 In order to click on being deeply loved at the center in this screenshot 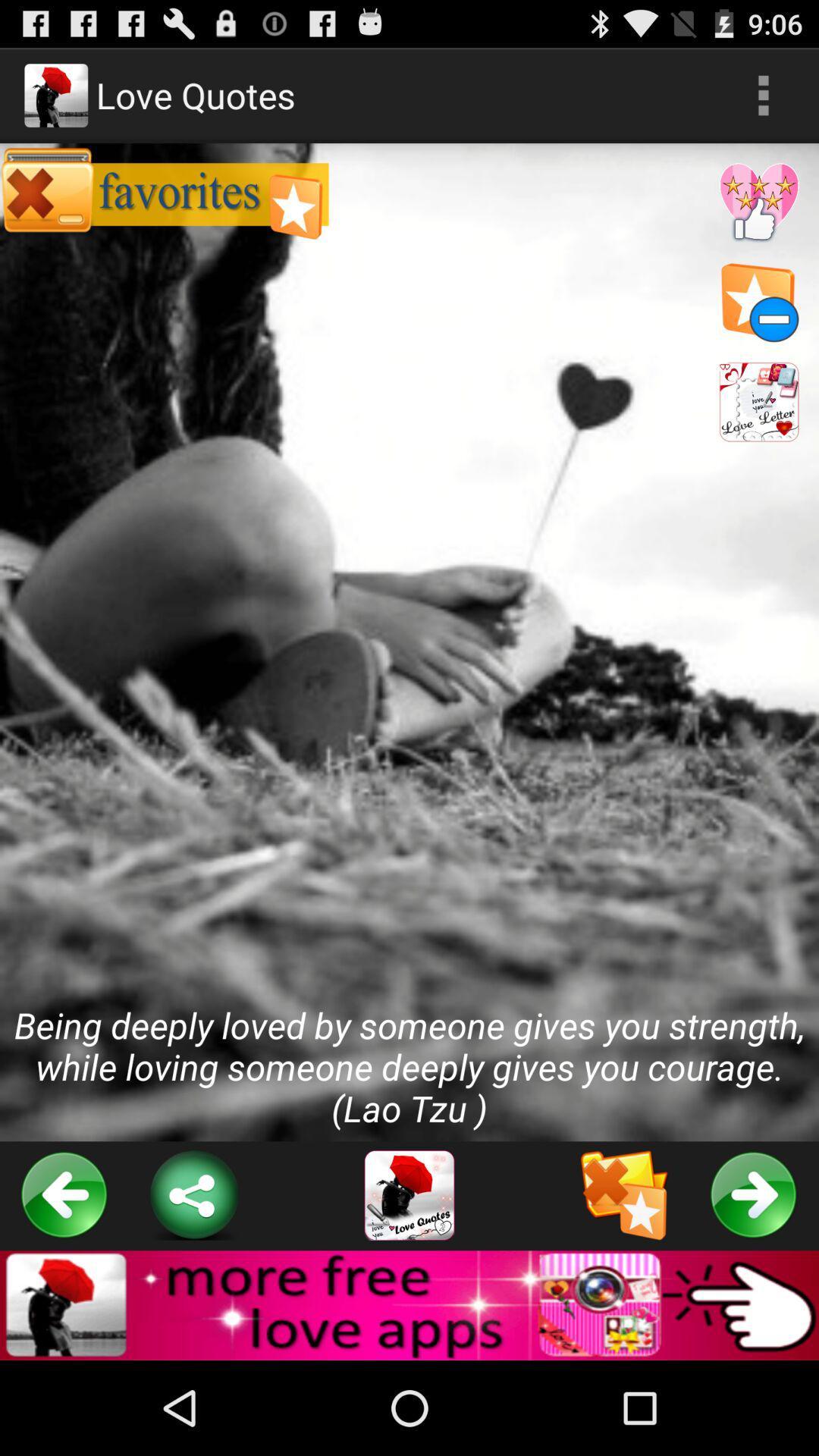, I will do `click(409, 642)`.